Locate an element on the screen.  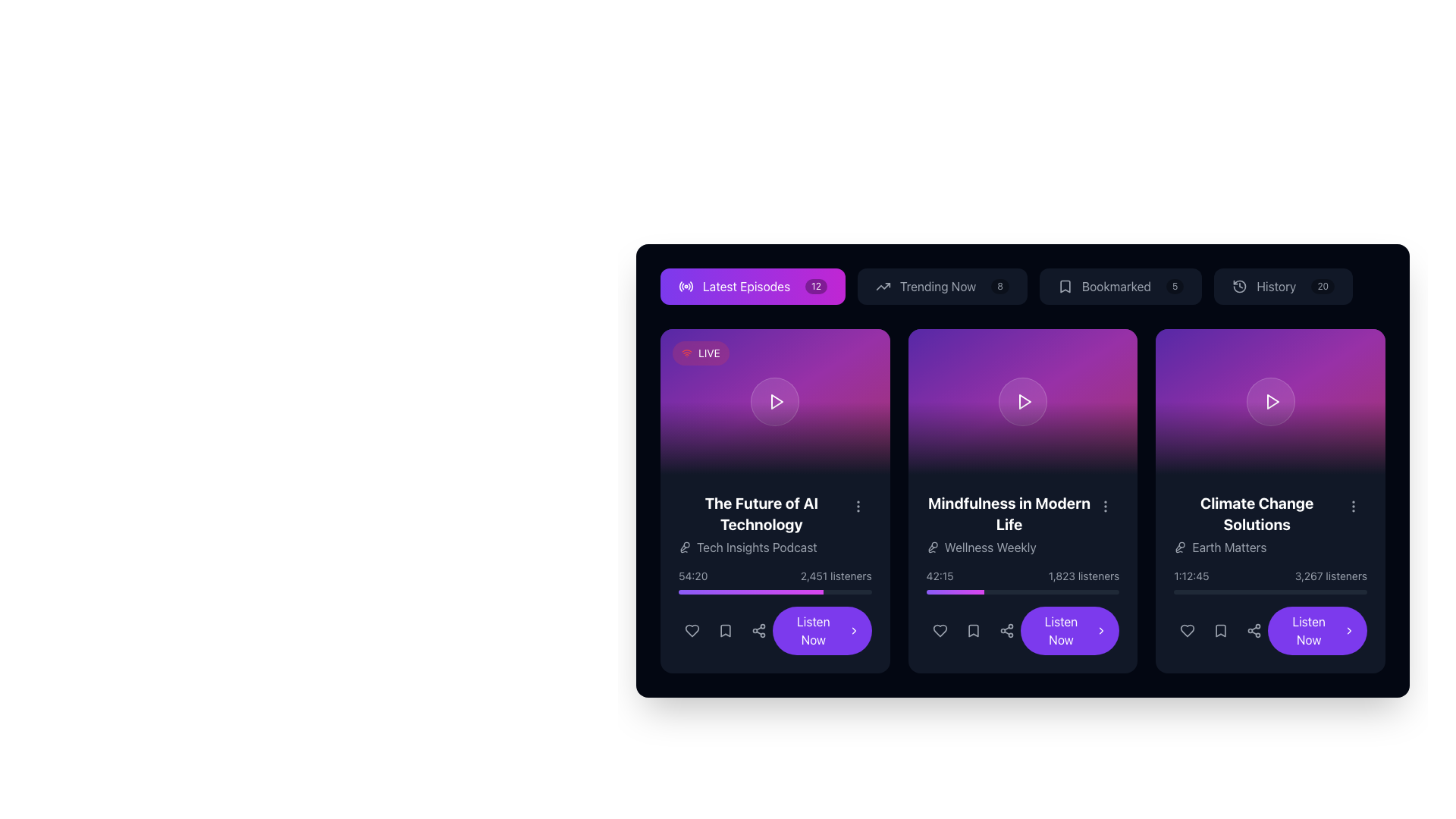
the Text Label that serves as the heading for the third card in a horizontal row of cards, summarizing the topic or theme of the content presented within the card is located at coordinates (1257, 523).